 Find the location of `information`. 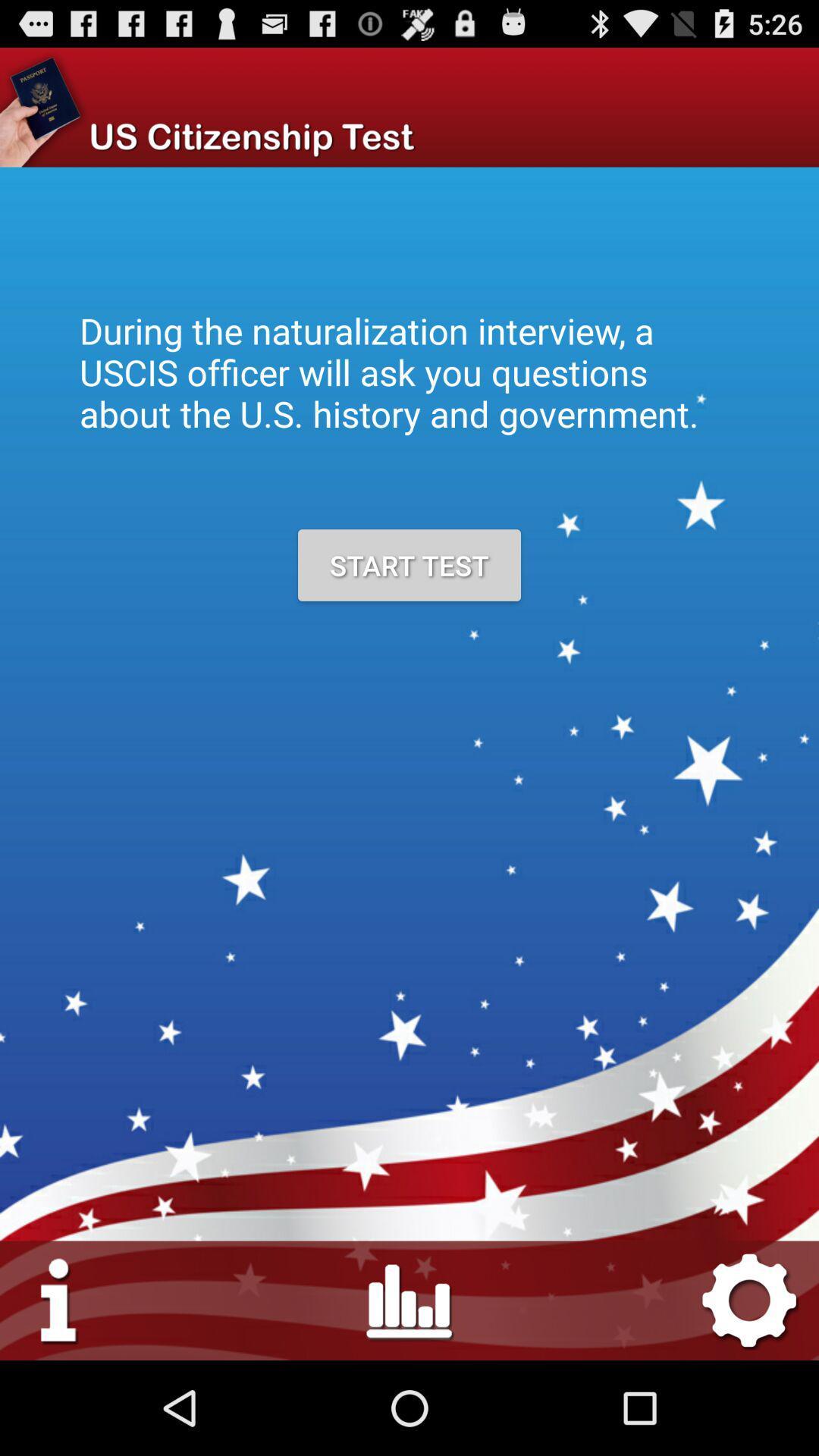

information is located at coordinates (59, 1299).